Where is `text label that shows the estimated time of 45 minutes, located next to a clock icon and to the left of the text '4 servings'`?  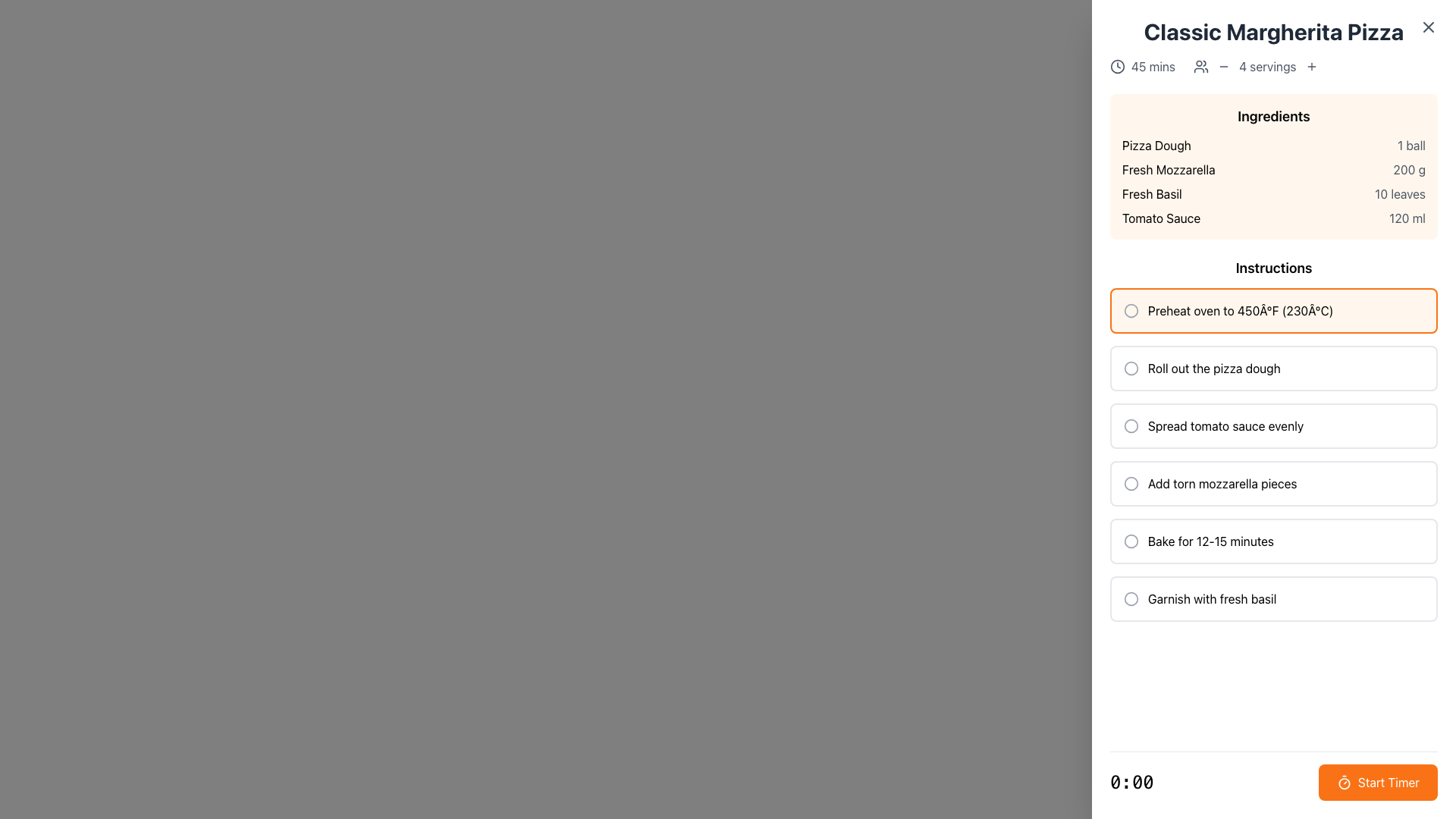 text label that shows the estimated time of 45 minutes, located next to a clock icon and to the left of the text '4 servings' is located at coordinates (1153, 66).